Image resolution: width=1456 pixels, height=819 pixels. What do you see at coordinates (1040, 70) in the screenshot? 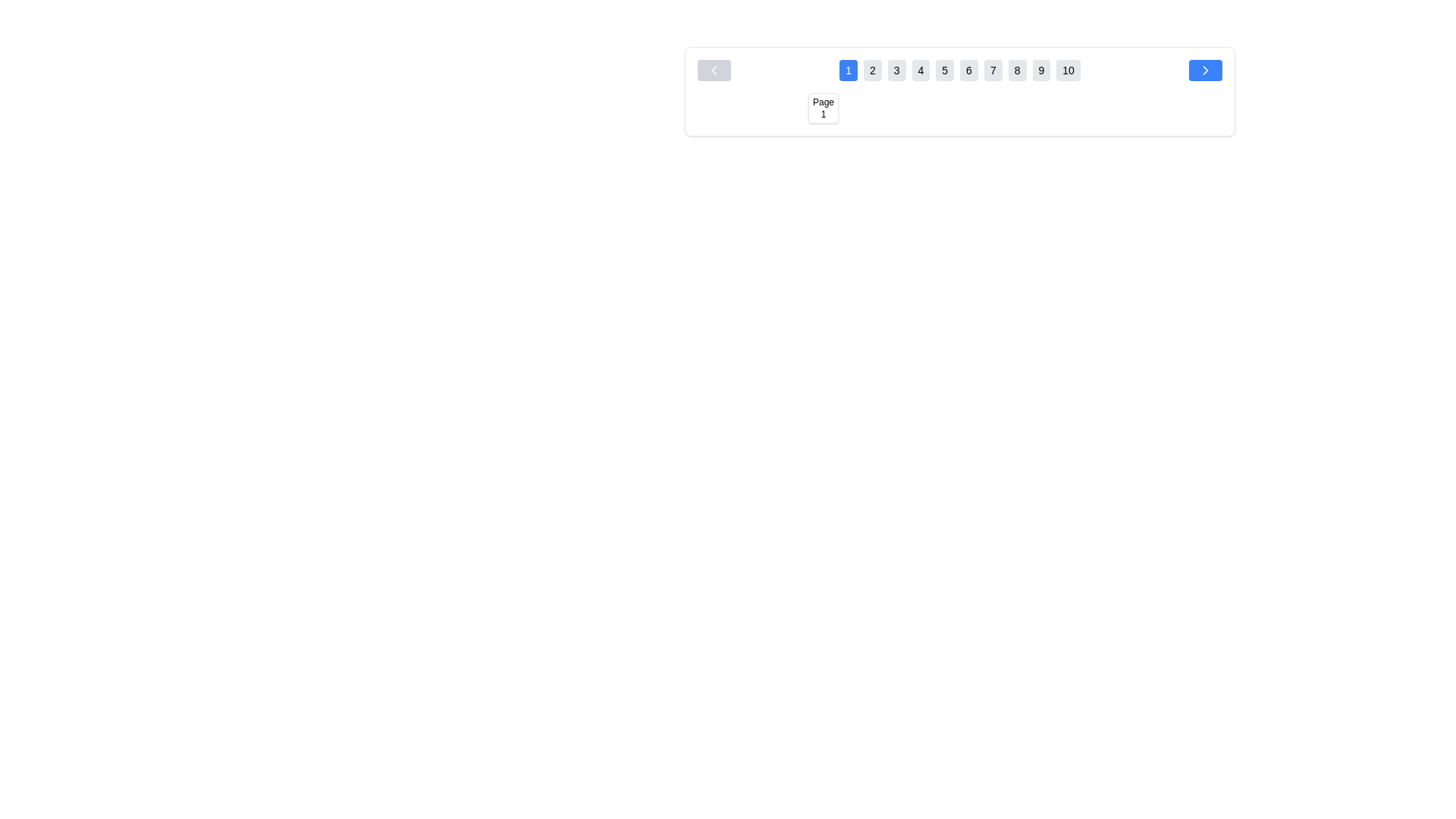
I see `the button labeled '9' in the pagination control` at bounding box center [1040, 70].